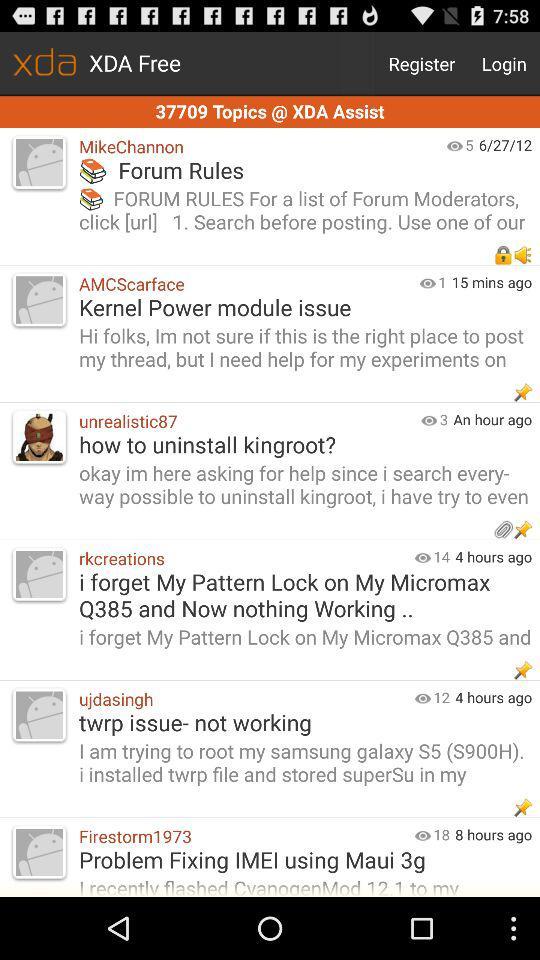  I want to click on ujdasingh app, so click(242, 698).